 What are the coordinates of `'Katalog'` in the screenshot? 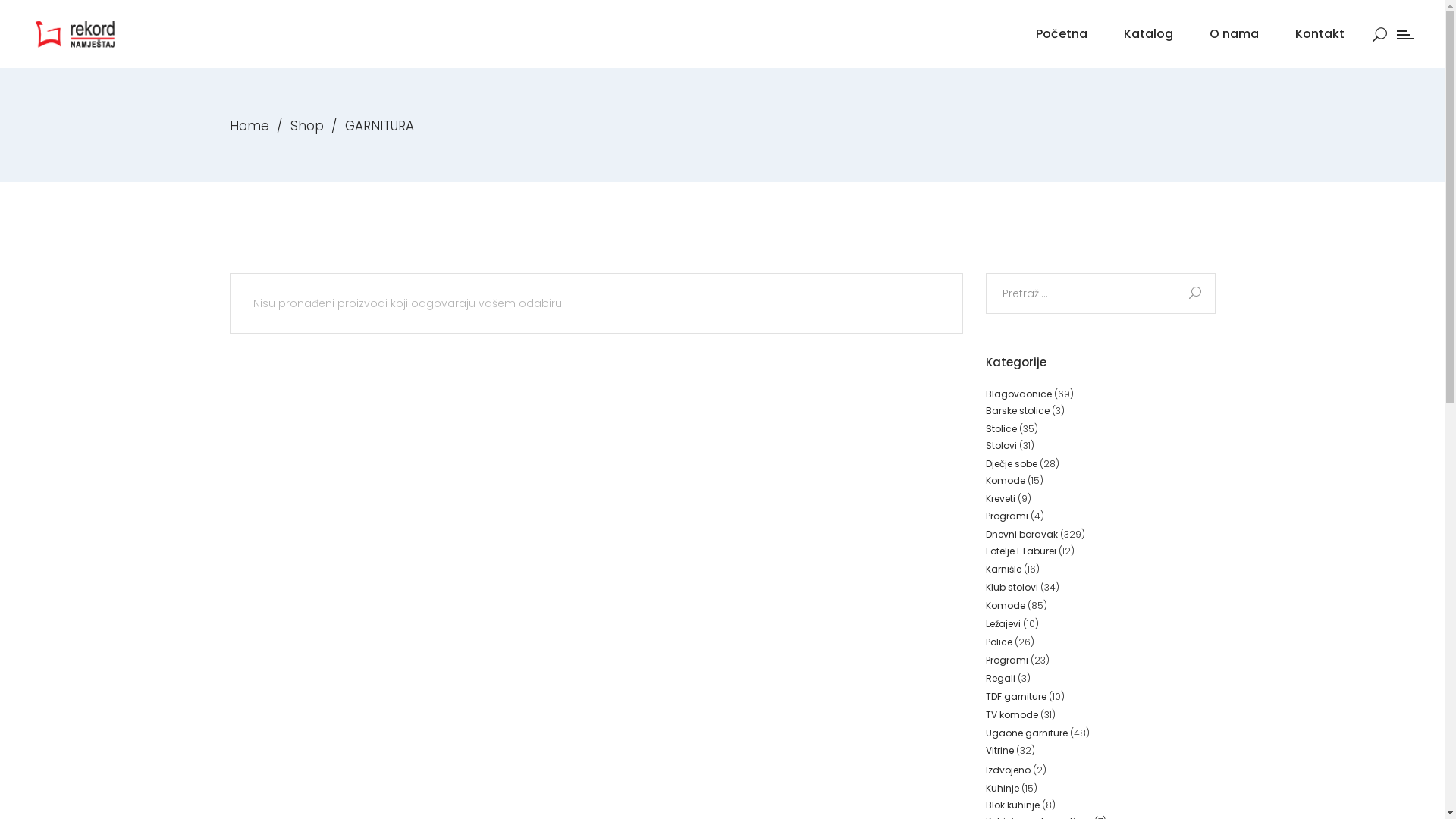 It's located at (1148, 34).